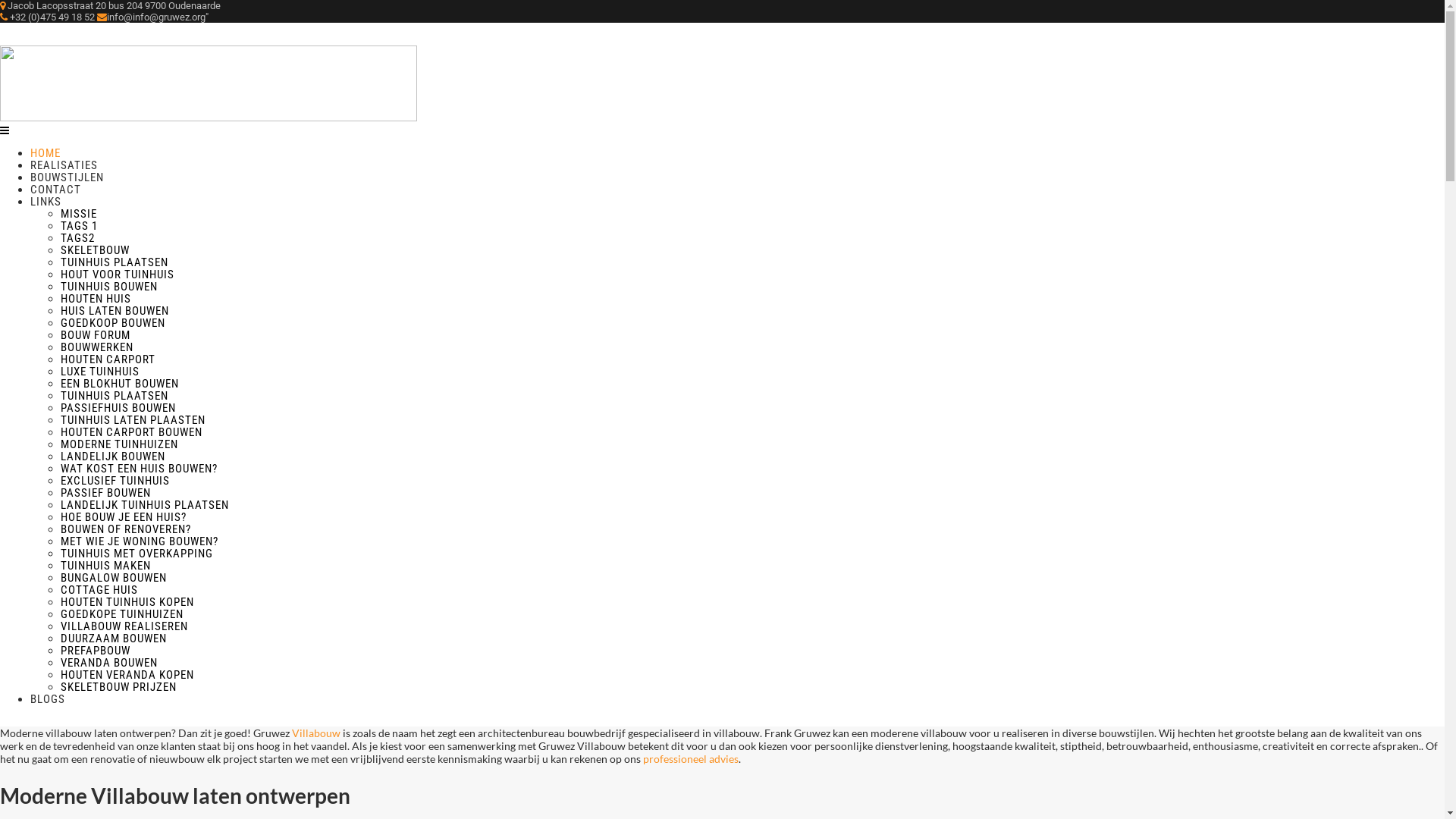  What do you see at coordinates (111, 455) in the screenshot?
I see `'LANDELIJK BOUWEN'` at bounding box center [111, 455].